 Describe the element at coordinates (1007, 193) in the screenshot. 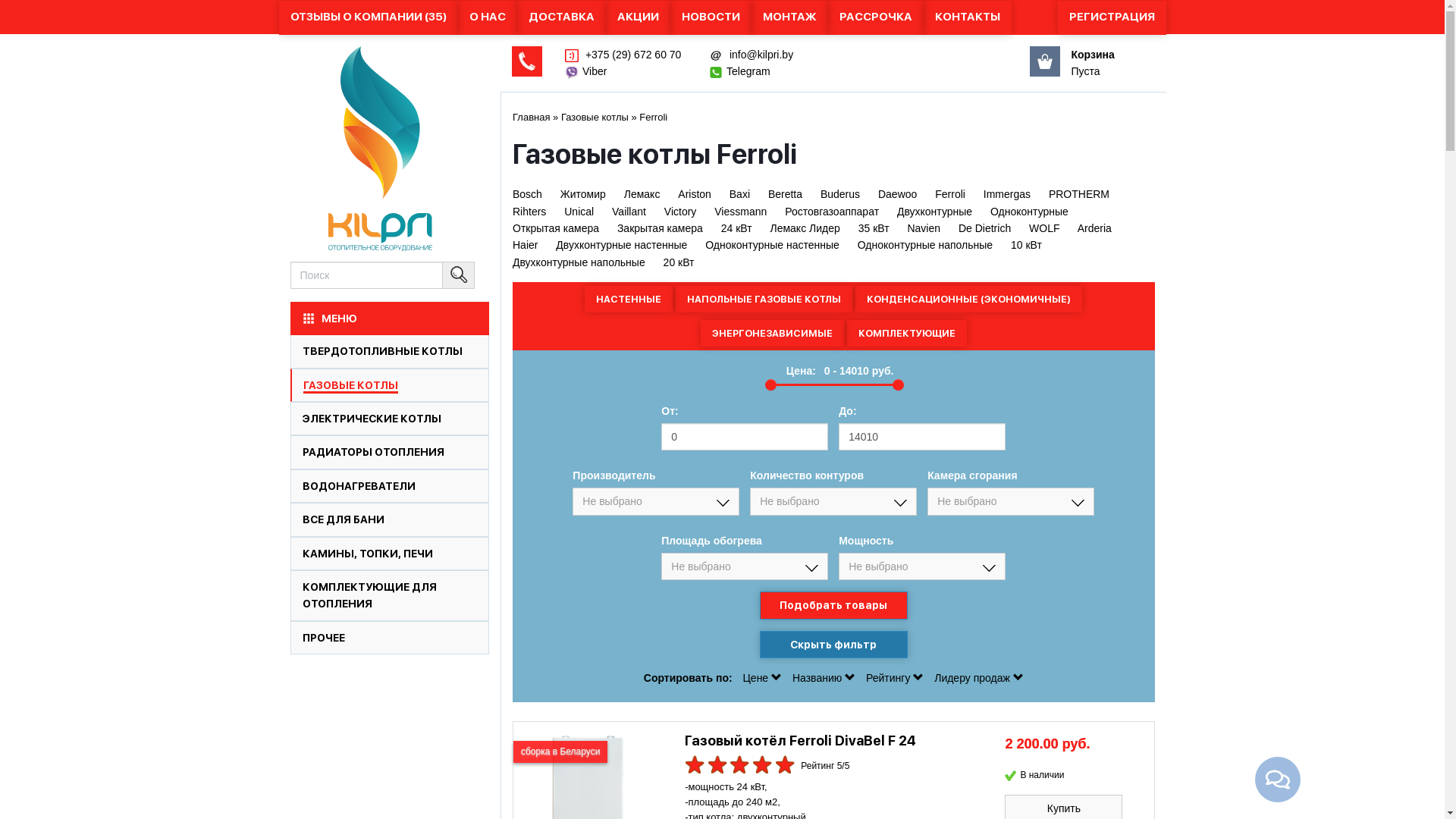

I see `'Immergas'` at that location.